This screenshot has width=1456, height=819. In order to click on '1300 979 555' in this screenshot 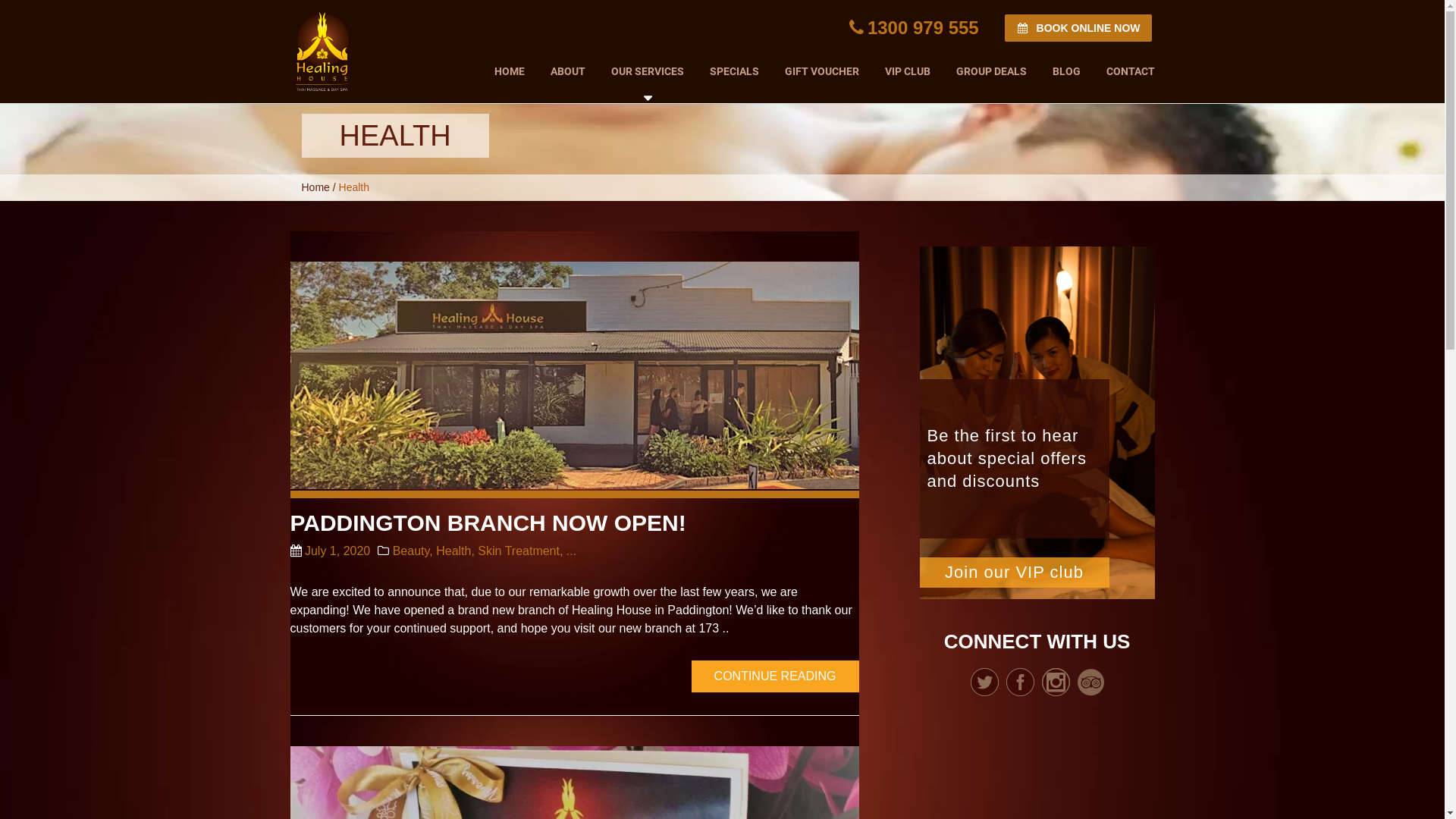, I will do `click(913, 27)`.